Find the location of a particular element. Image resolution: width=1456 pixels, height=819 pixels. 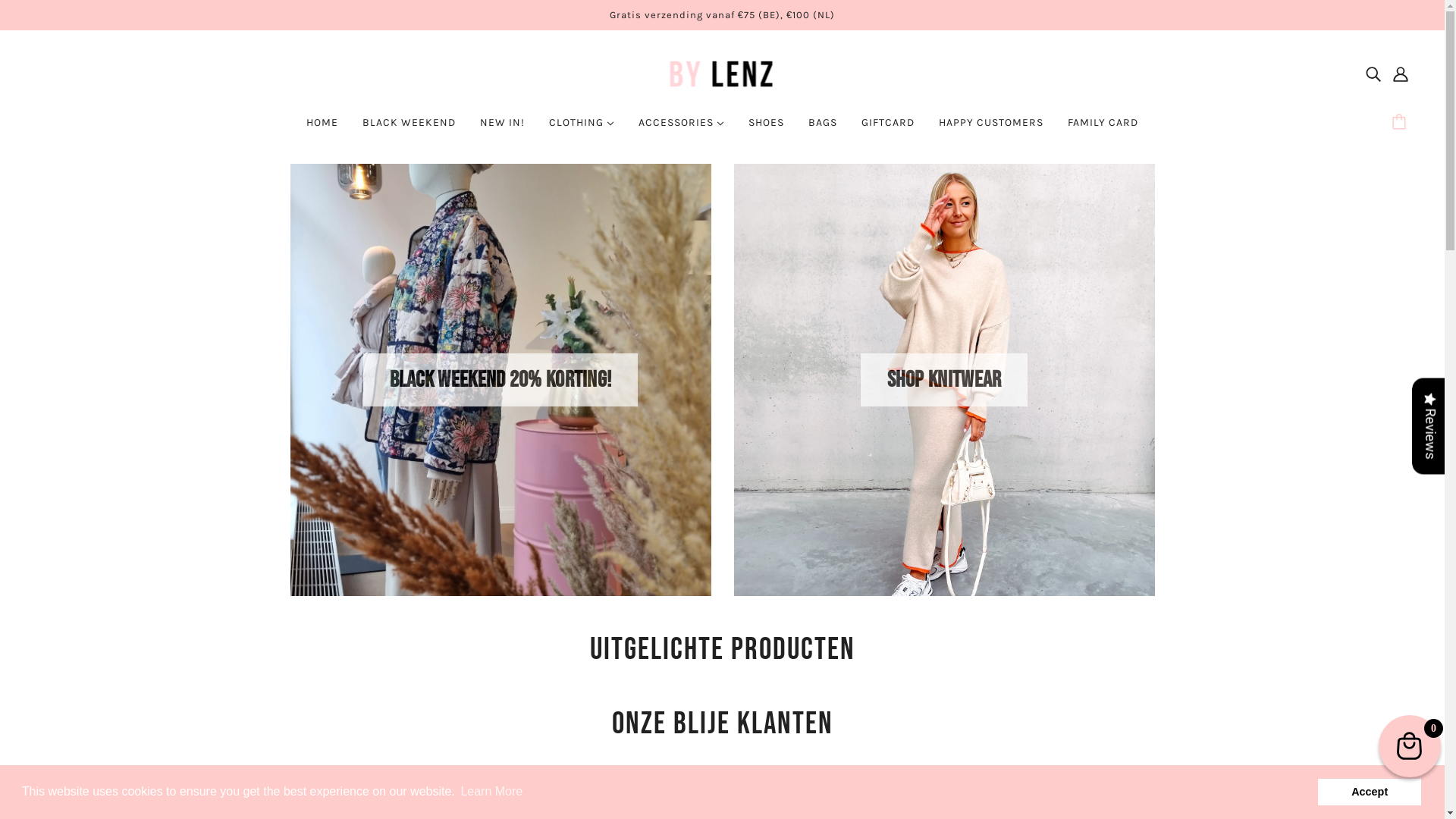

'shop knitwear' is located at coordinates (943, 379).